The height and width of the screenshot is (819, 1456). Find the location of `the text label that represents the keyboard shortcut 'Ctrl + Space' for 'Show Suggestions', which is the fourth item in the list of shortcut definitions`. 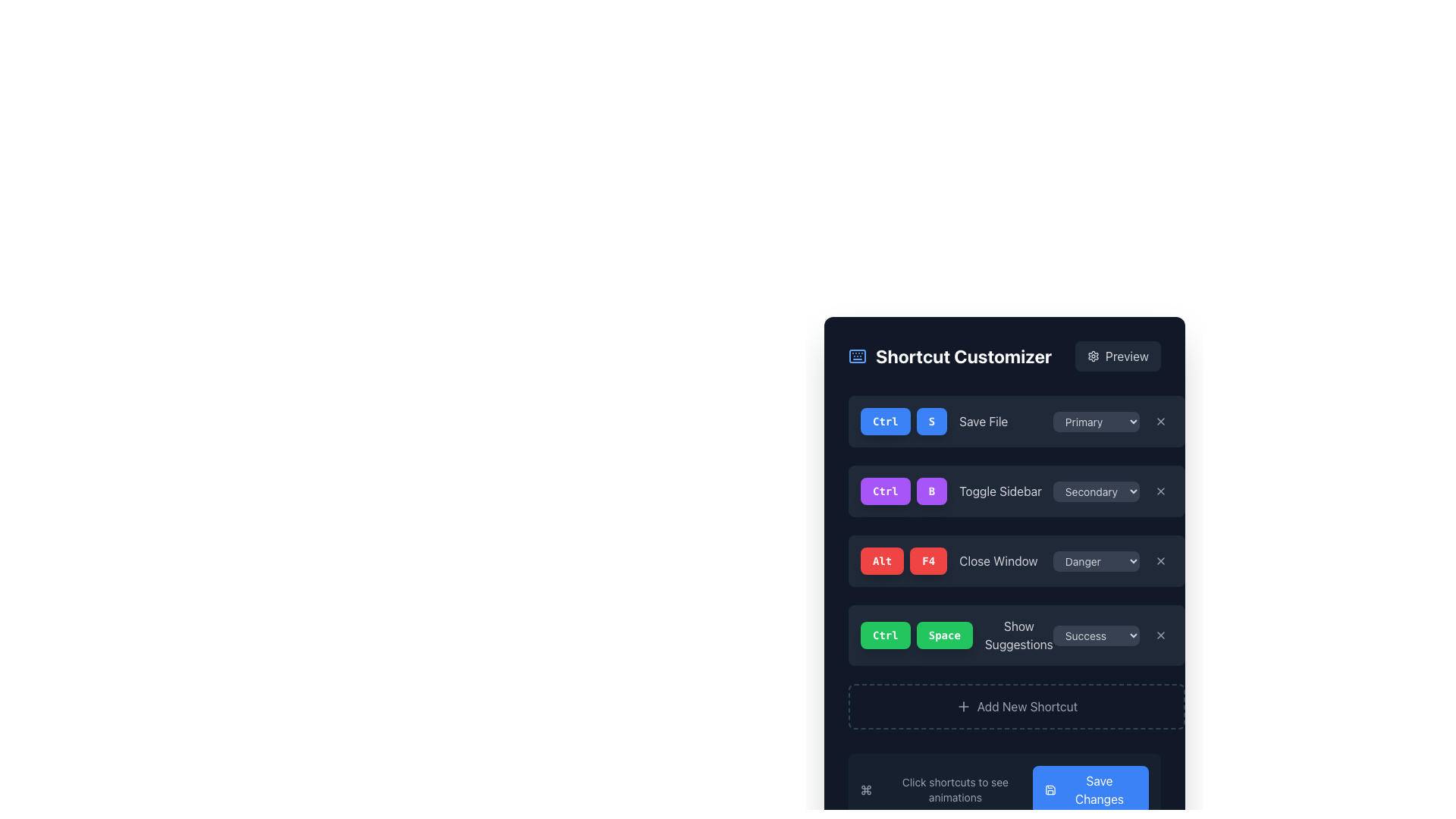

the text label that represents the keyboard shortcut 'Ctrl + Space' for 'Show Suggestions', which is the fourth item in the list of shortcut definitions is located at coordinates (955, 635).